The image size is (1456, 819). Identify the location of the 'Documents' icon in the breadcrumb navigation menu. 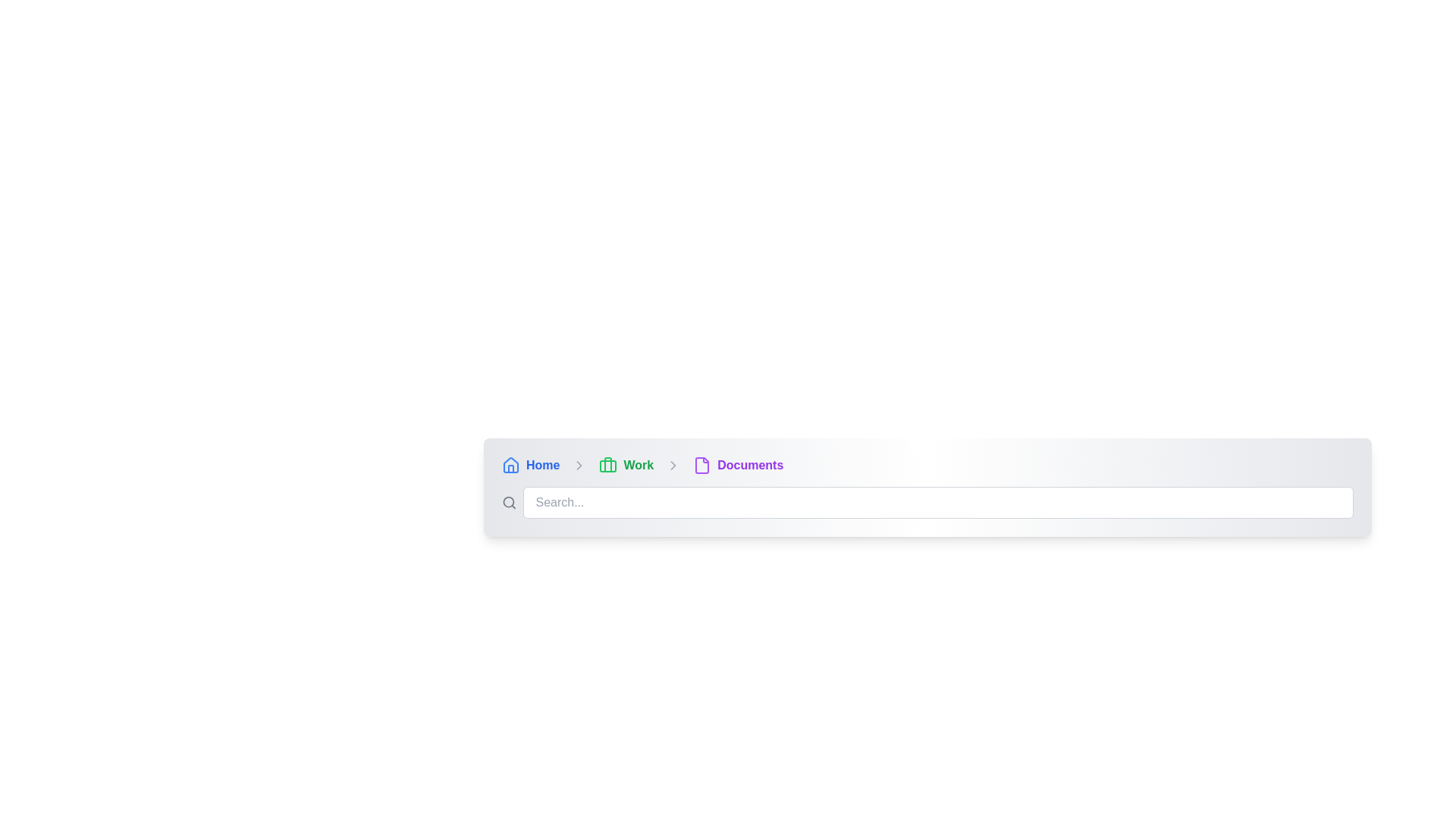
(701, 464).